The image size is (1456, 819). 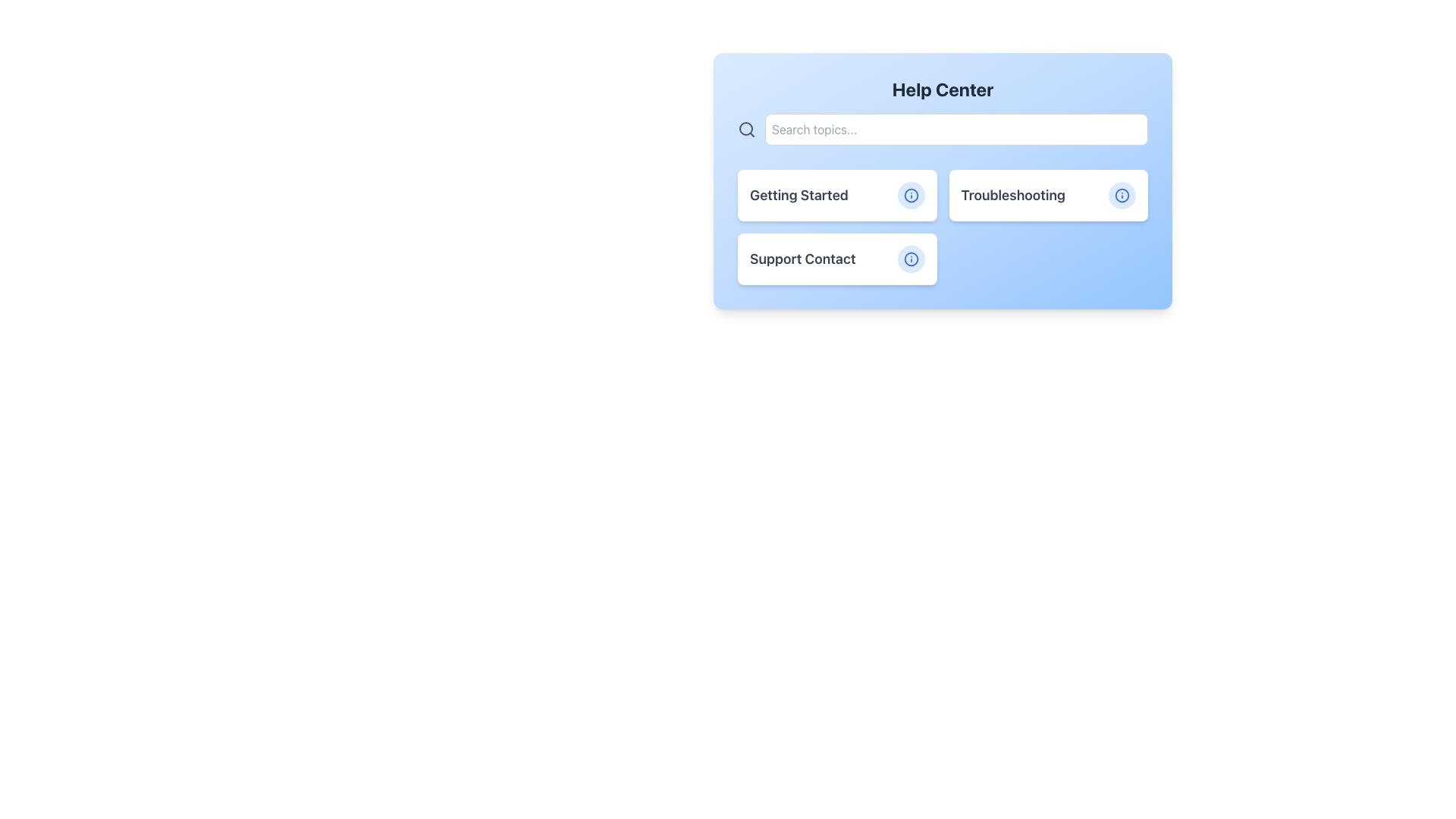 I want to click on the circular part of the magnifying glass icon located to the left of the search bar in the top-center section of the interface, so click(x=745, y=127).